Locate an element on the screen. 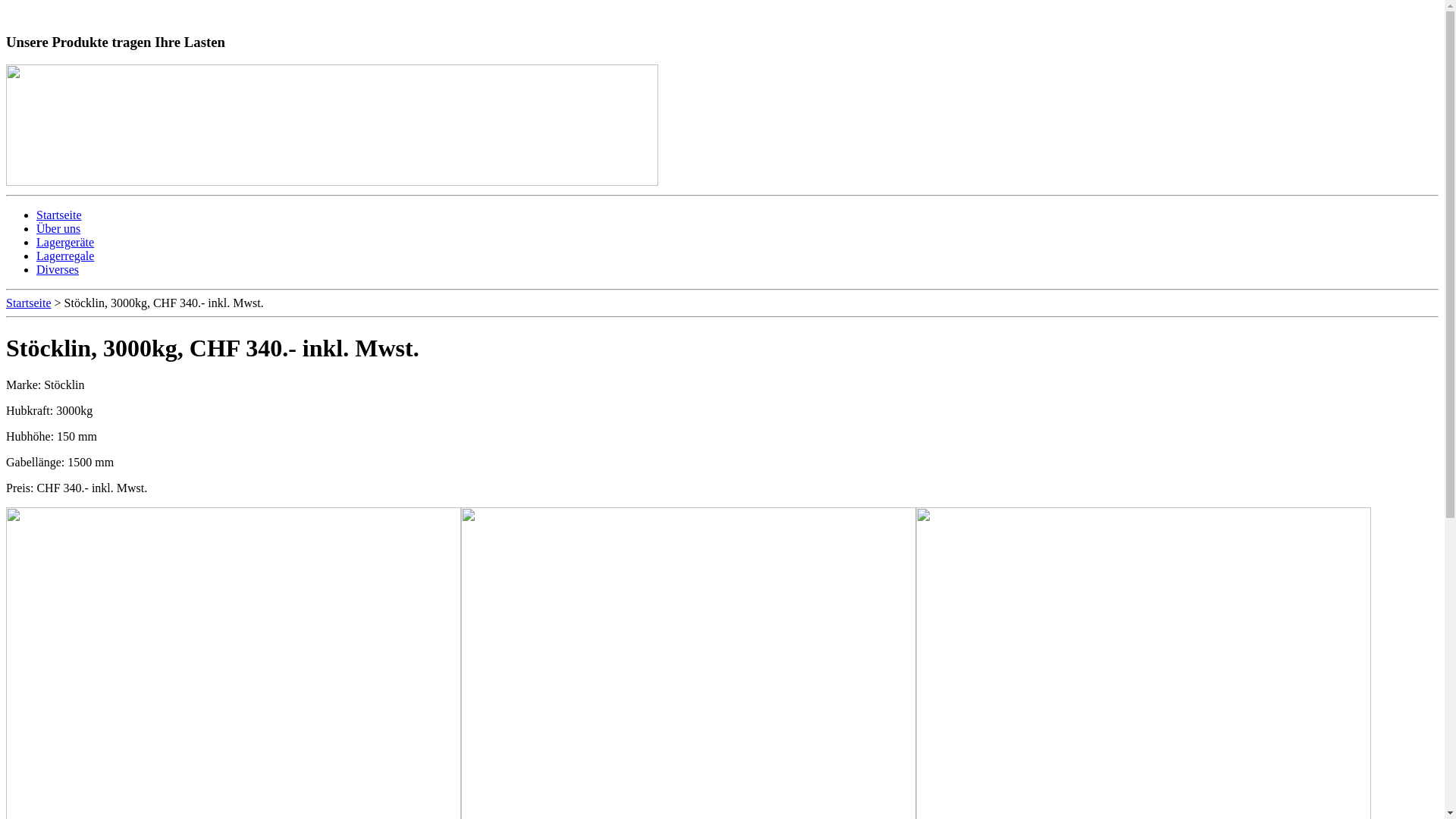 Image resolution: width=1456 pixels, height=819 pixels. 'Startseite' is located at coordinates (6, 303).